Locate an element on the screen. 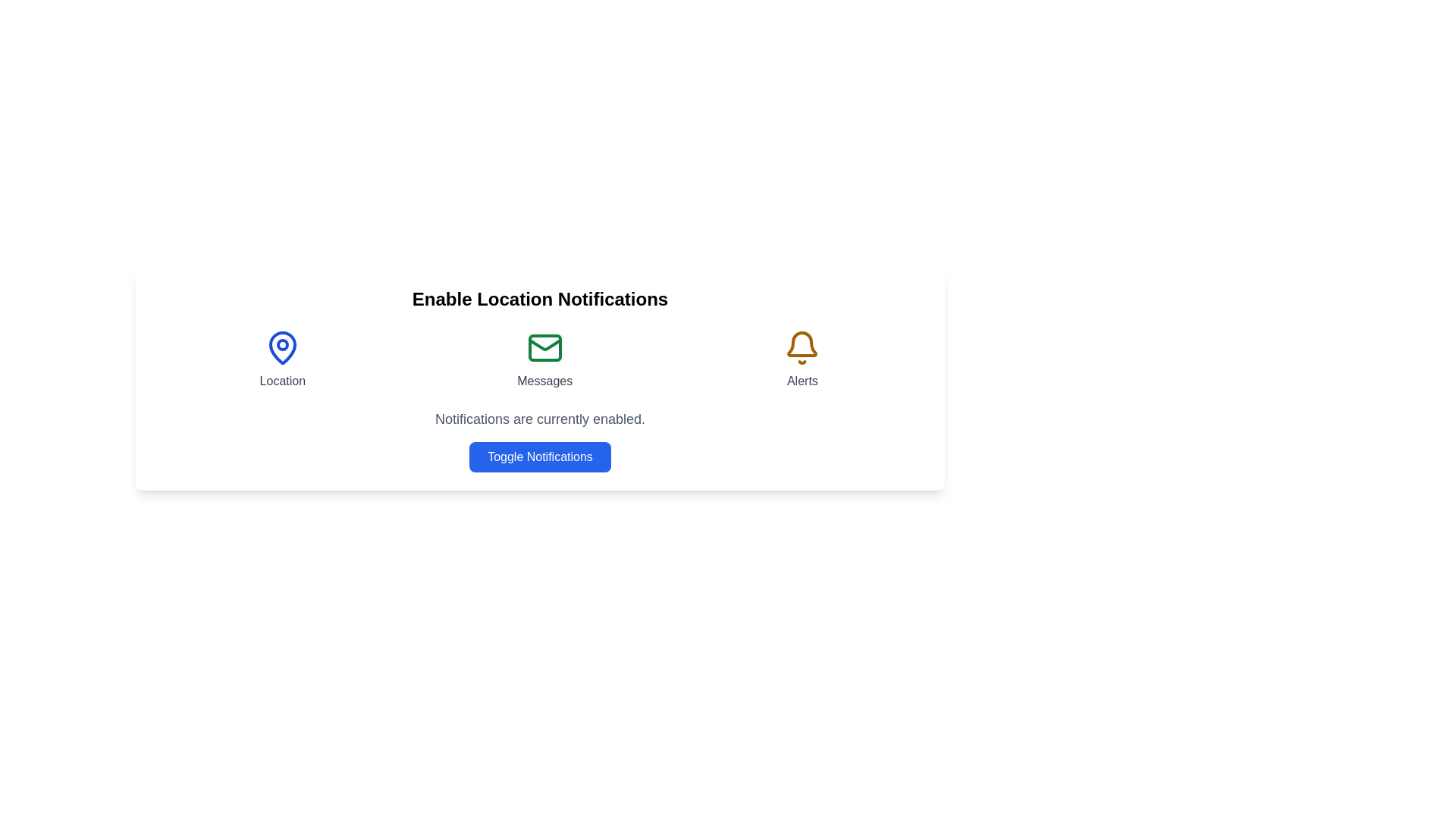 This screenshot has width=1456, height=819. the vector graphic circle that serves as a visual indicator within the map pin icon, located directly above the 'Location' text and part of the blue-outlined pin graphic is located at coordinates (282, 345).